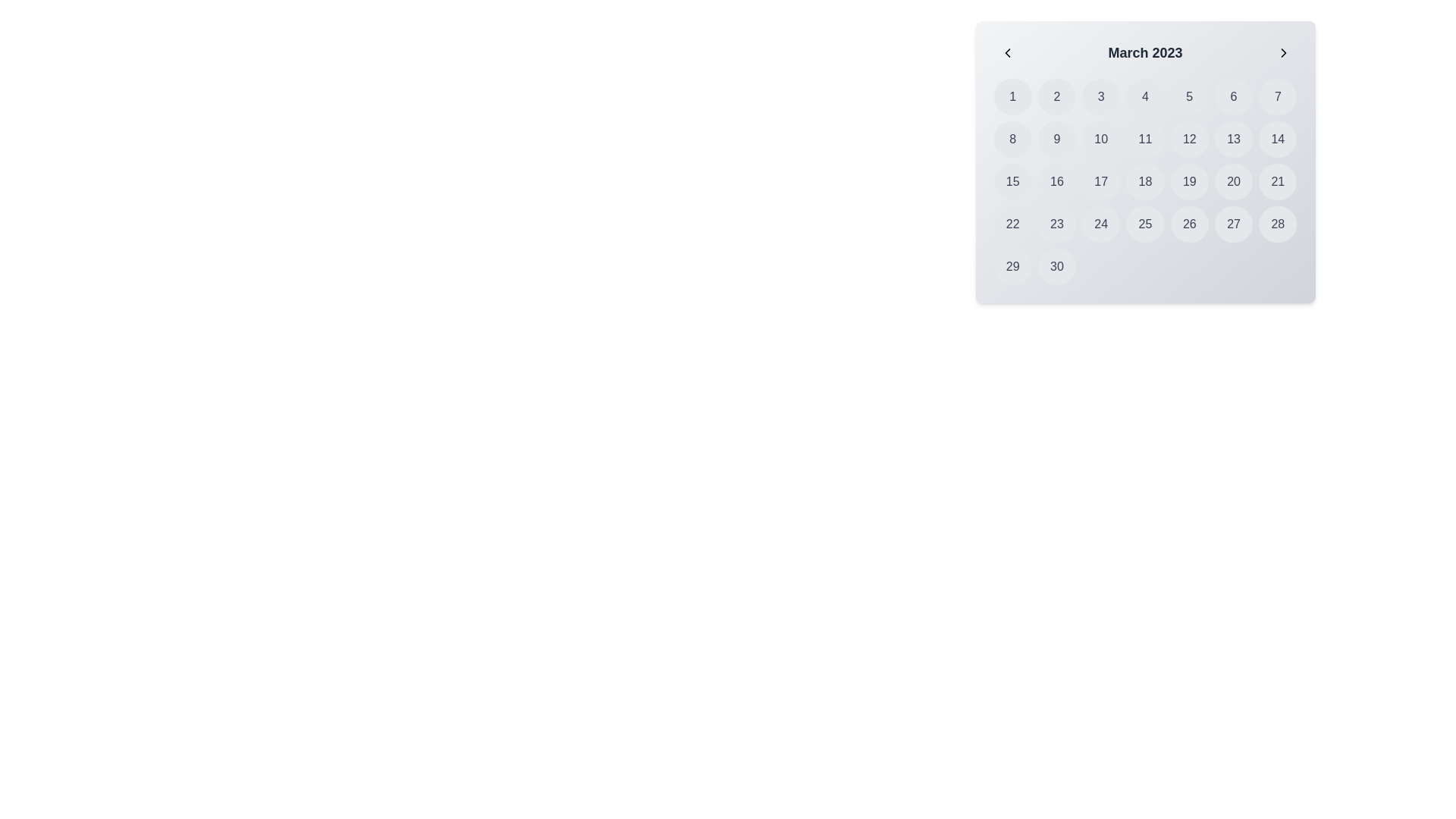 The image size is (1456, 819). Describe the element at coordinates (1282, 52) in the screenshot. I see `the chevron-shaped arrow icon button located in the upper-right corner of the calendar interface` at that location.